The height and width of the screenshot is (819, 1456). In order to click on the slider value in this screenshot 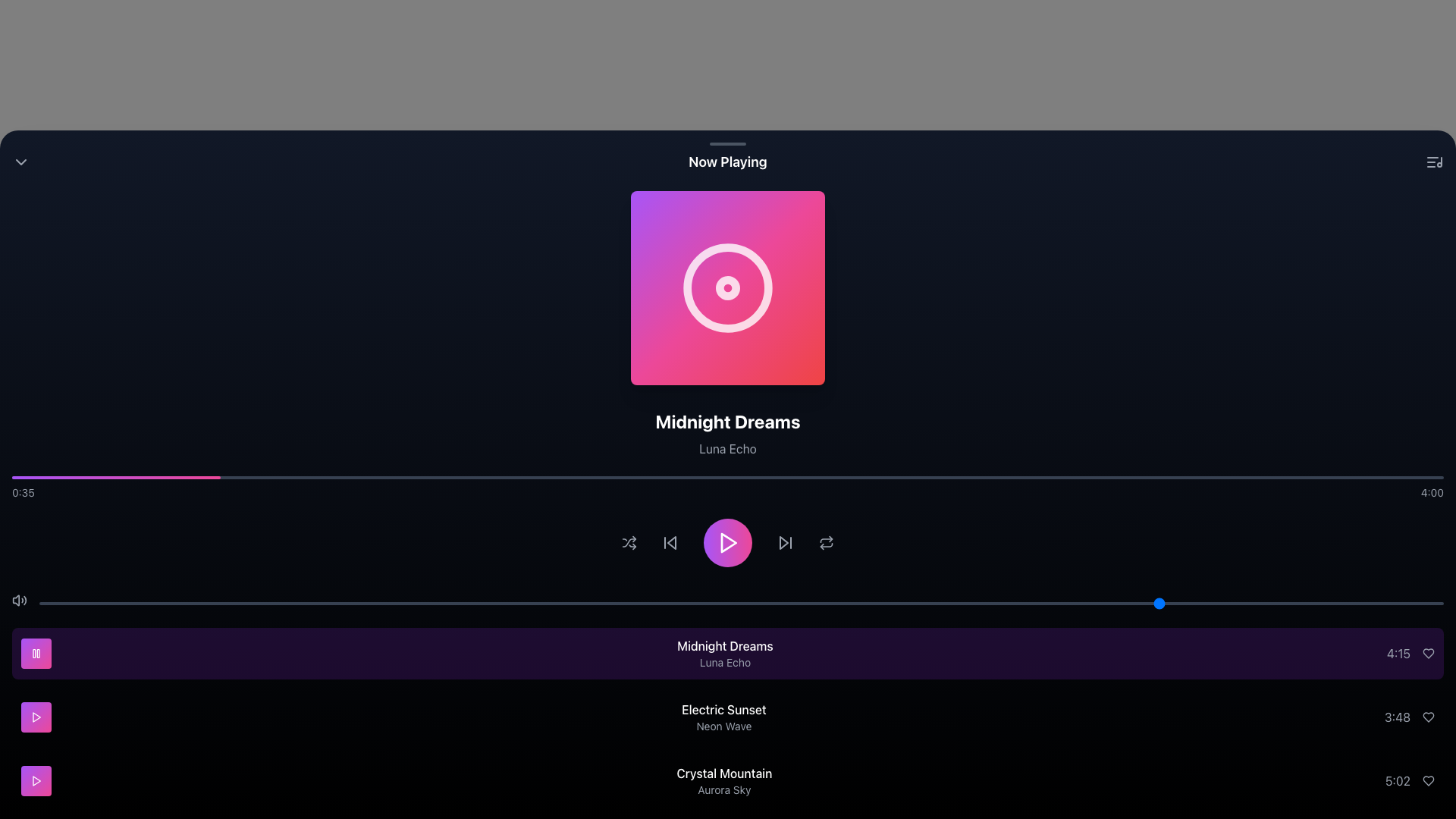, I will do `click(1022, 602)`.